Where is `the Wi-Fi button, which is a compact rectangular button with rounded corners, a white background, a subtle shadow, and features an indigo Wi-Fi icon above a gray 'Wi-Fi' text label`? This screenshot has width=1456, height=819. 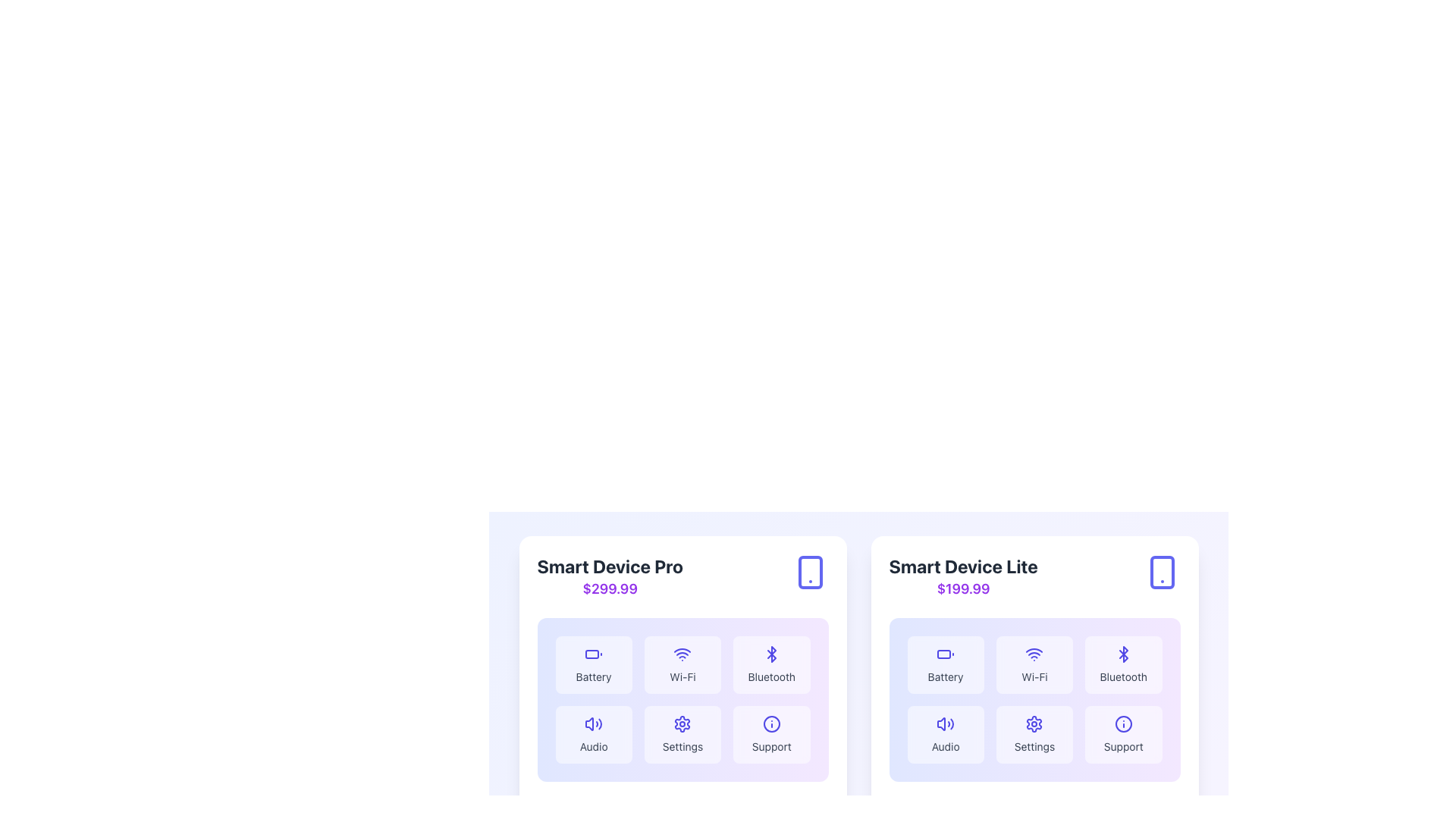
the Wi-Fi button, which is a compact rectangular button with rounded corners, a white background, a subtle shadow, and features an indigo Wi-Fi icon above a gray 'Wi-Fi' text label is located at coordinates (682, 664).